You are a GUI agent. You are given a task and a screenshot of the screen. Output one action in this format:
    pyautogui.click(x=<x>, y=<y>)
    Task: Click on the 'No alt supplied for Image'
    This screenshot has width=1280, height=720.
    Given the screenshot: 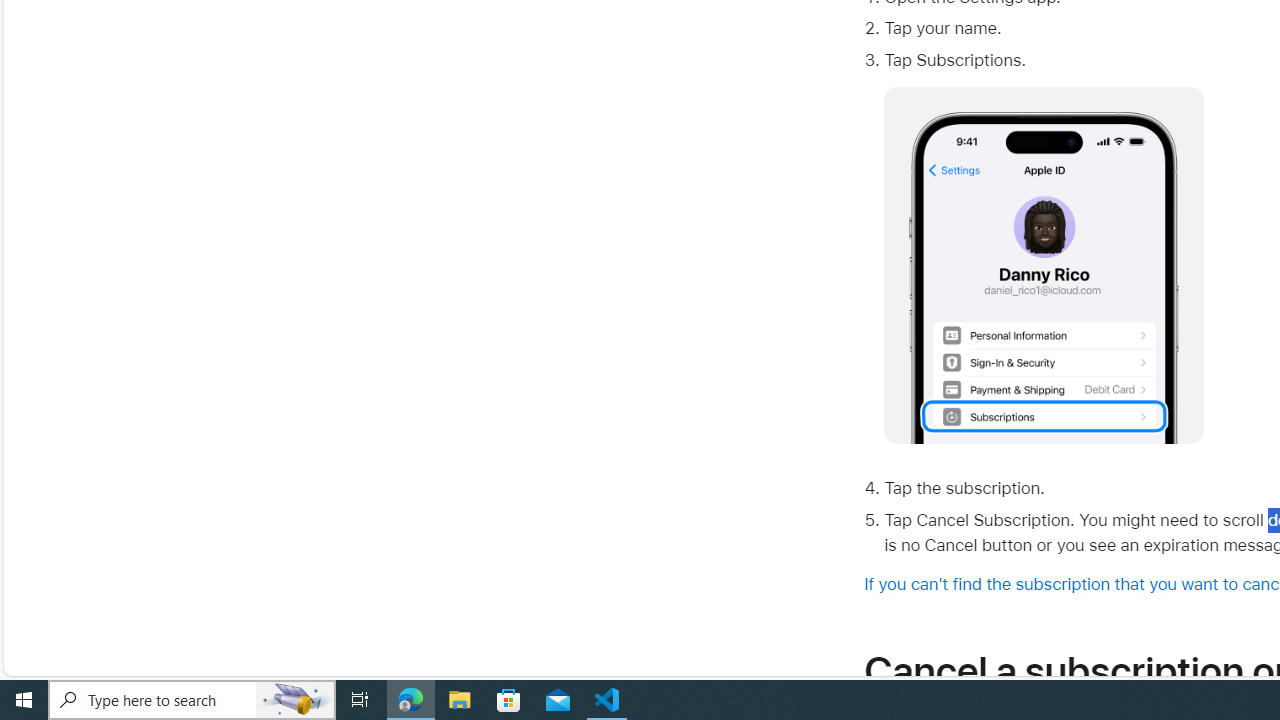 What is the action you would take?
    pyautogui.click(x=1043, y=265)
    